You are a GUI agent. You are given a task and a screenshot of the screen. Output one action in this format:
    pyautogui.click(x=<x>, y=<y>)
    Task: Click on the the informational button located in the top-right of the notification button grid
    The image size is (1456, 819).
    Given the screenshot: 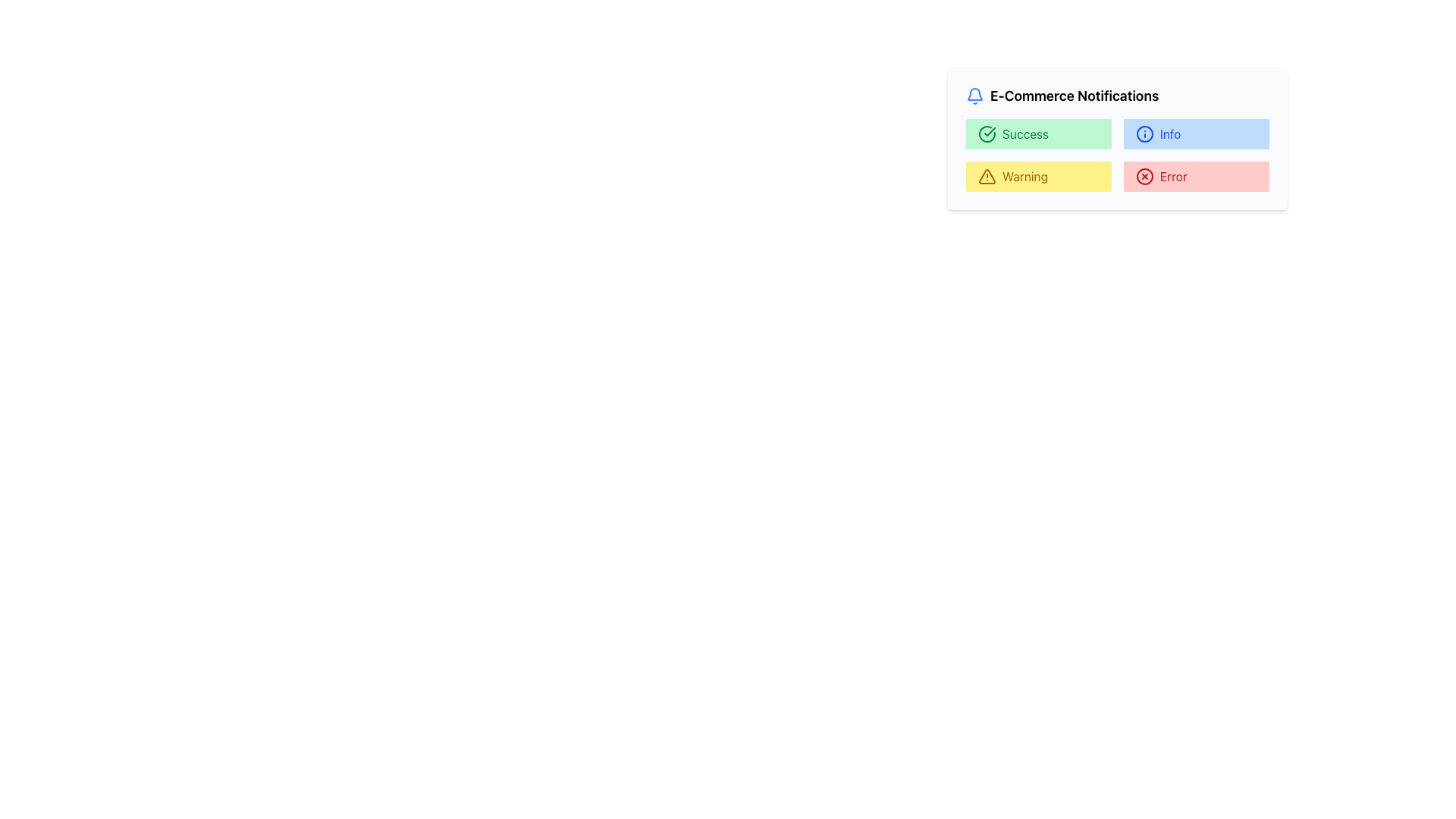 What is the action you would take?
    pyautogui.click(x=1196, y=133)
    